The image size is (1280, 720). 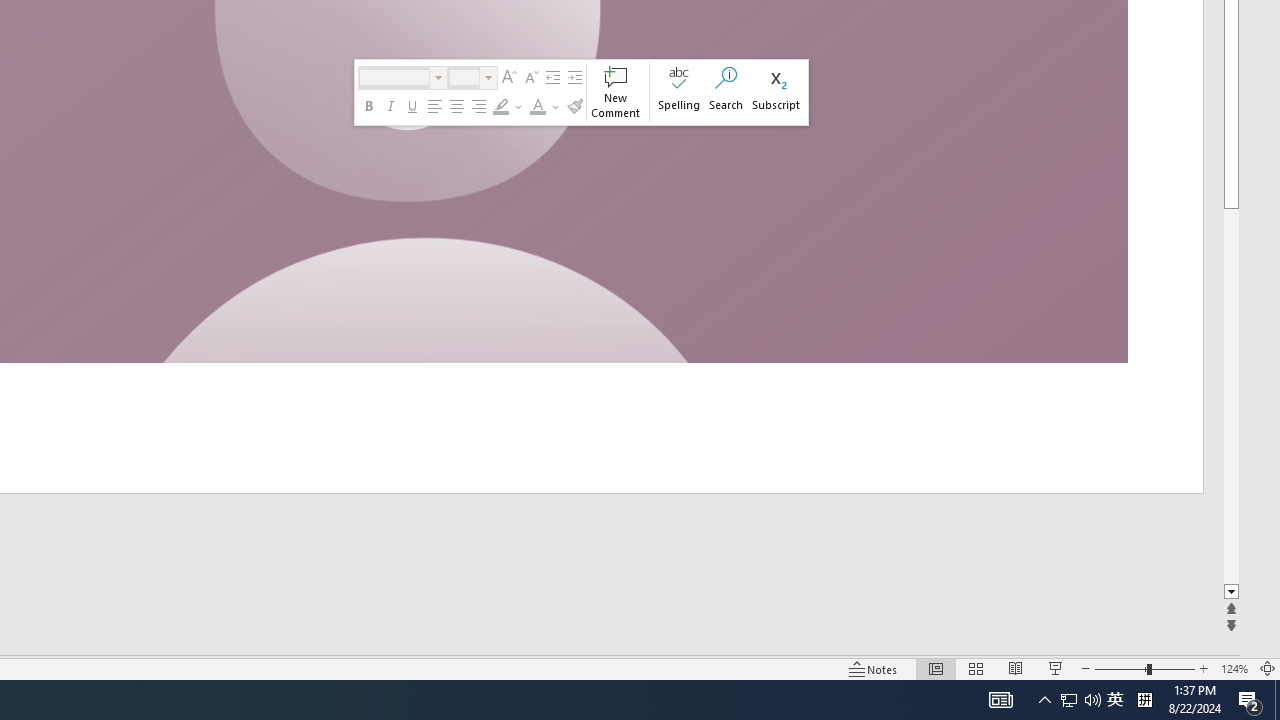 I want to click on 'Spelling...', so click(x=679, y=92).